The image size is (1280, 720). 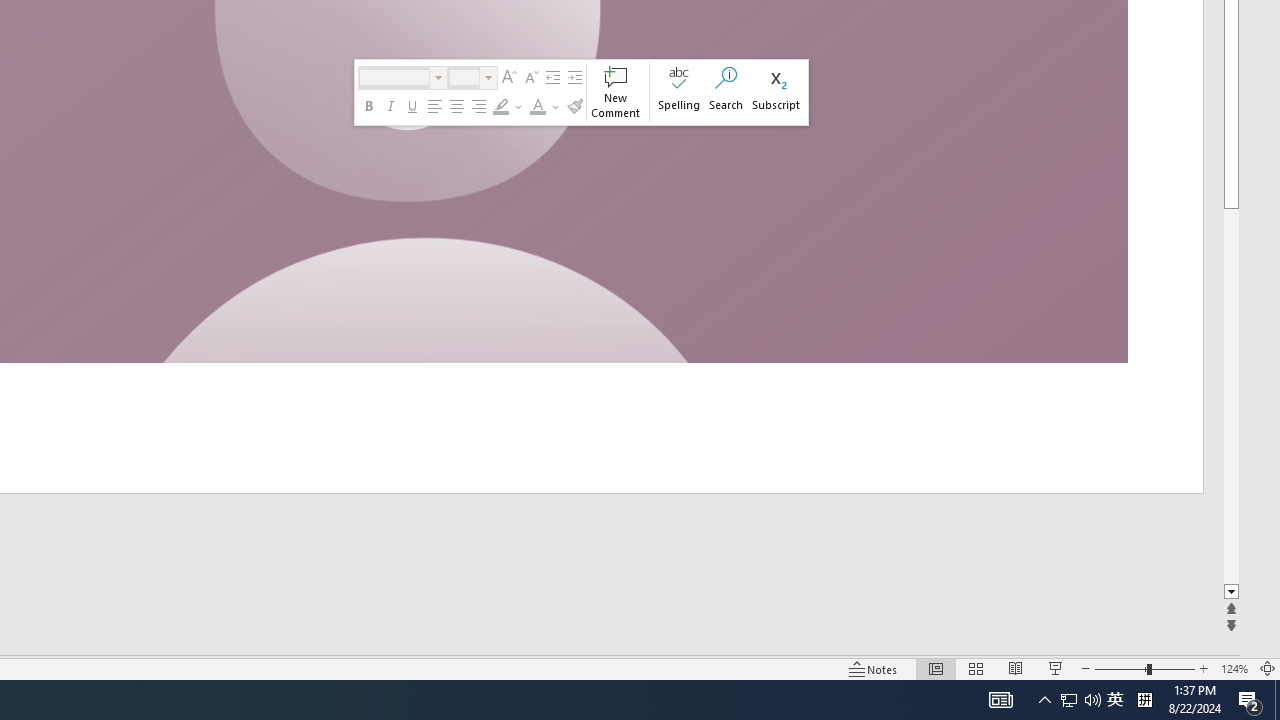 I want to click on 'Spelling...', so click(x=679, y=92).